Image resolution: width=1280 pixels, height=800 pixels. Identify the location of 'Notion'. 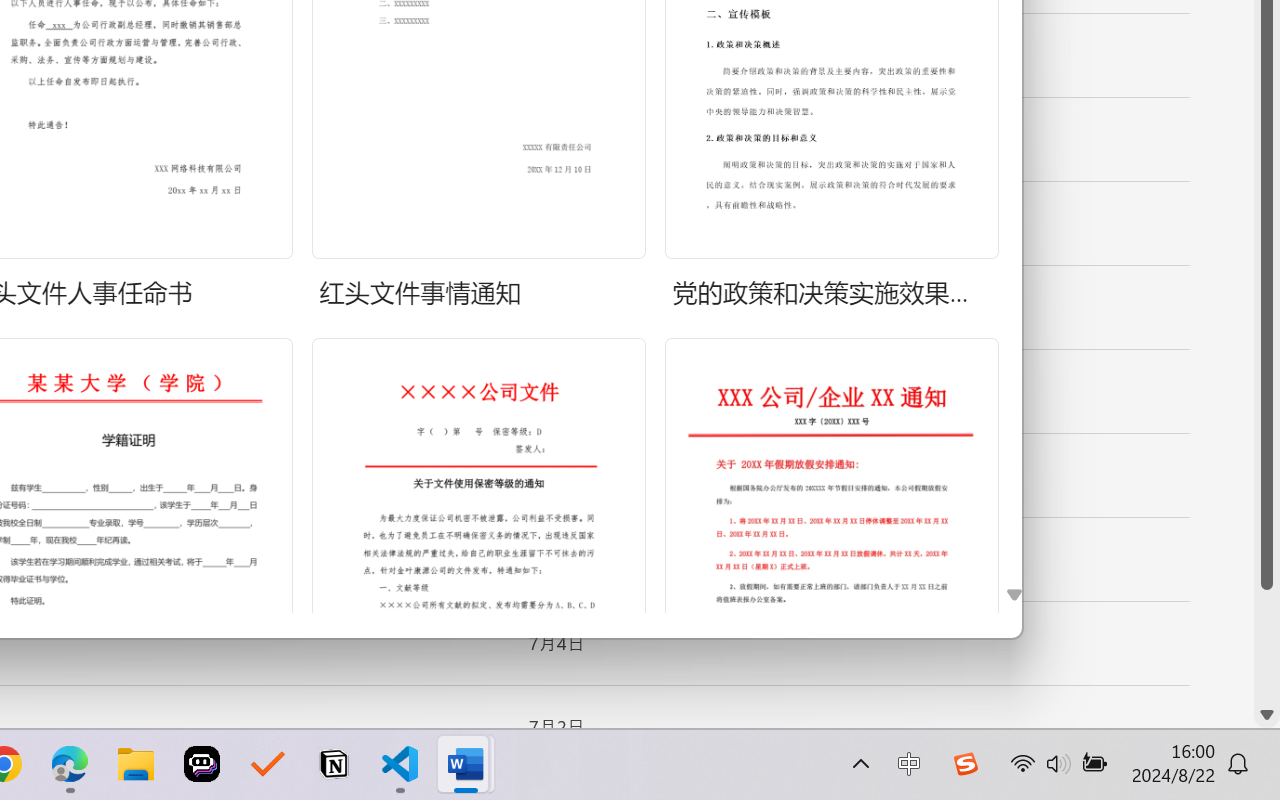
(334, 764).